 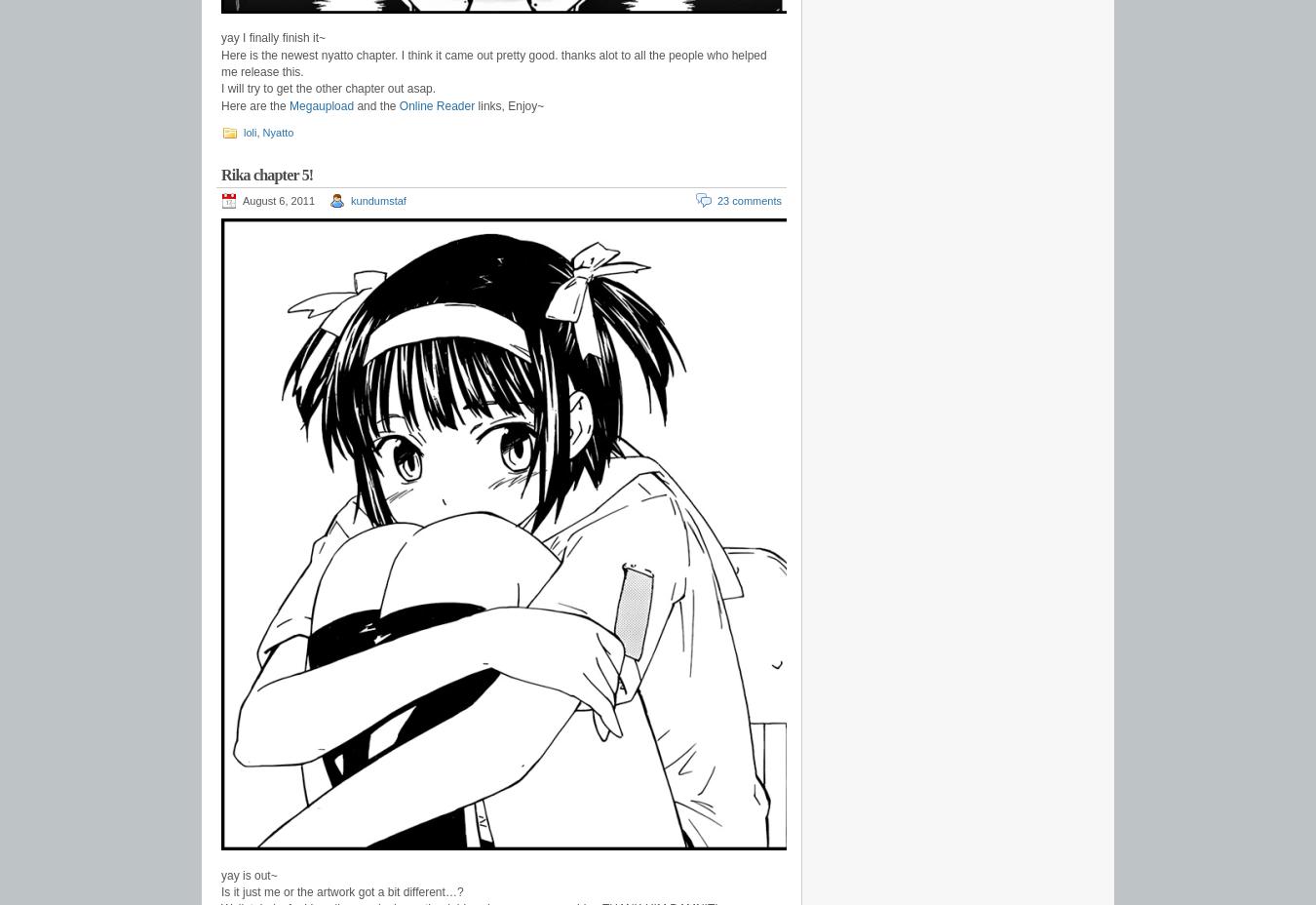 What do you see at coordinates (254, 104) in the screenshot?
I see `'Here are the'` at bounding box center [254, 104].